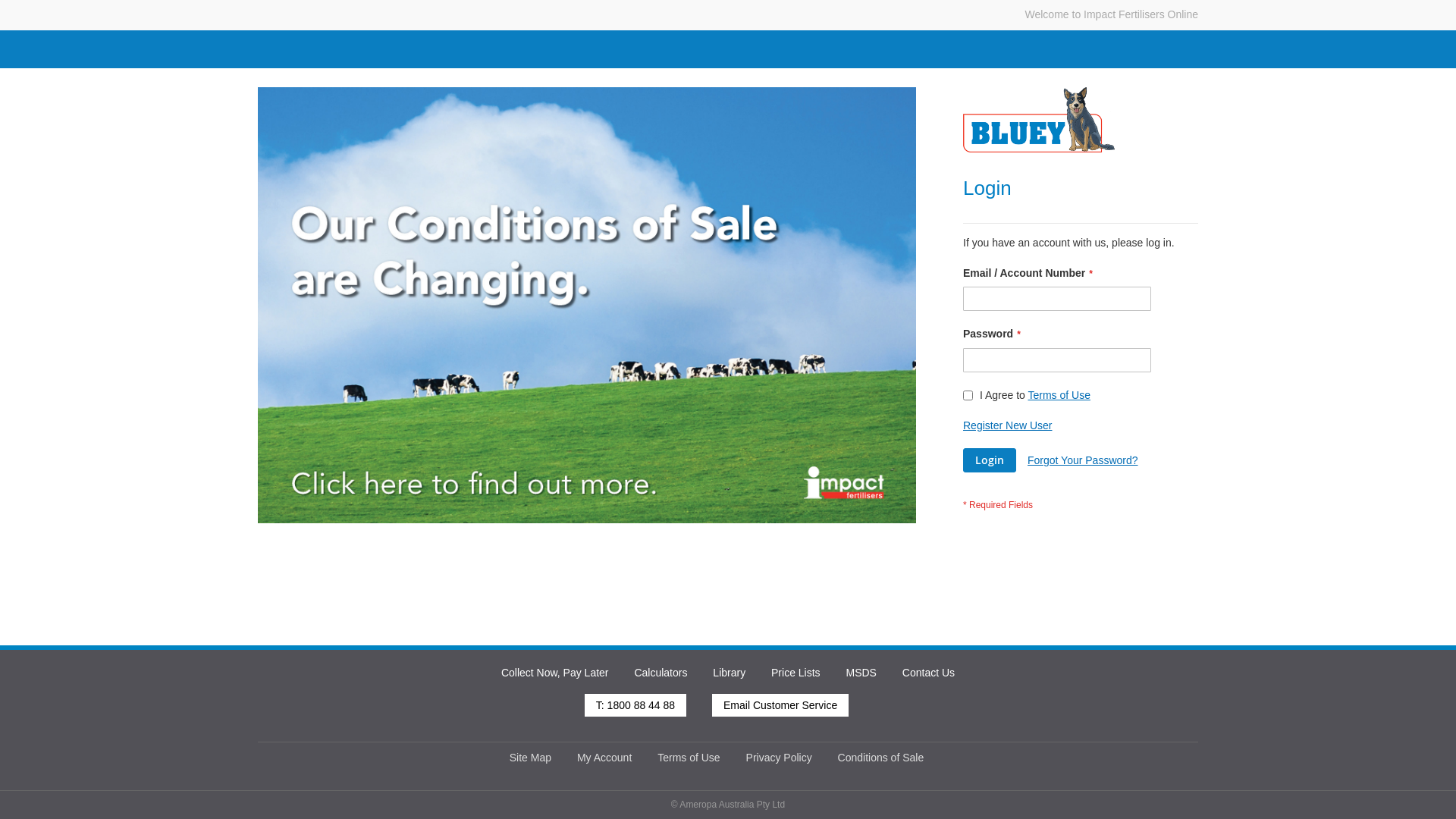 The width and height of the screenshot is (1456, 819). Describe the element at coordinates (1027, 394) in the screenshot. I see `'Terms of Use'` at that location.